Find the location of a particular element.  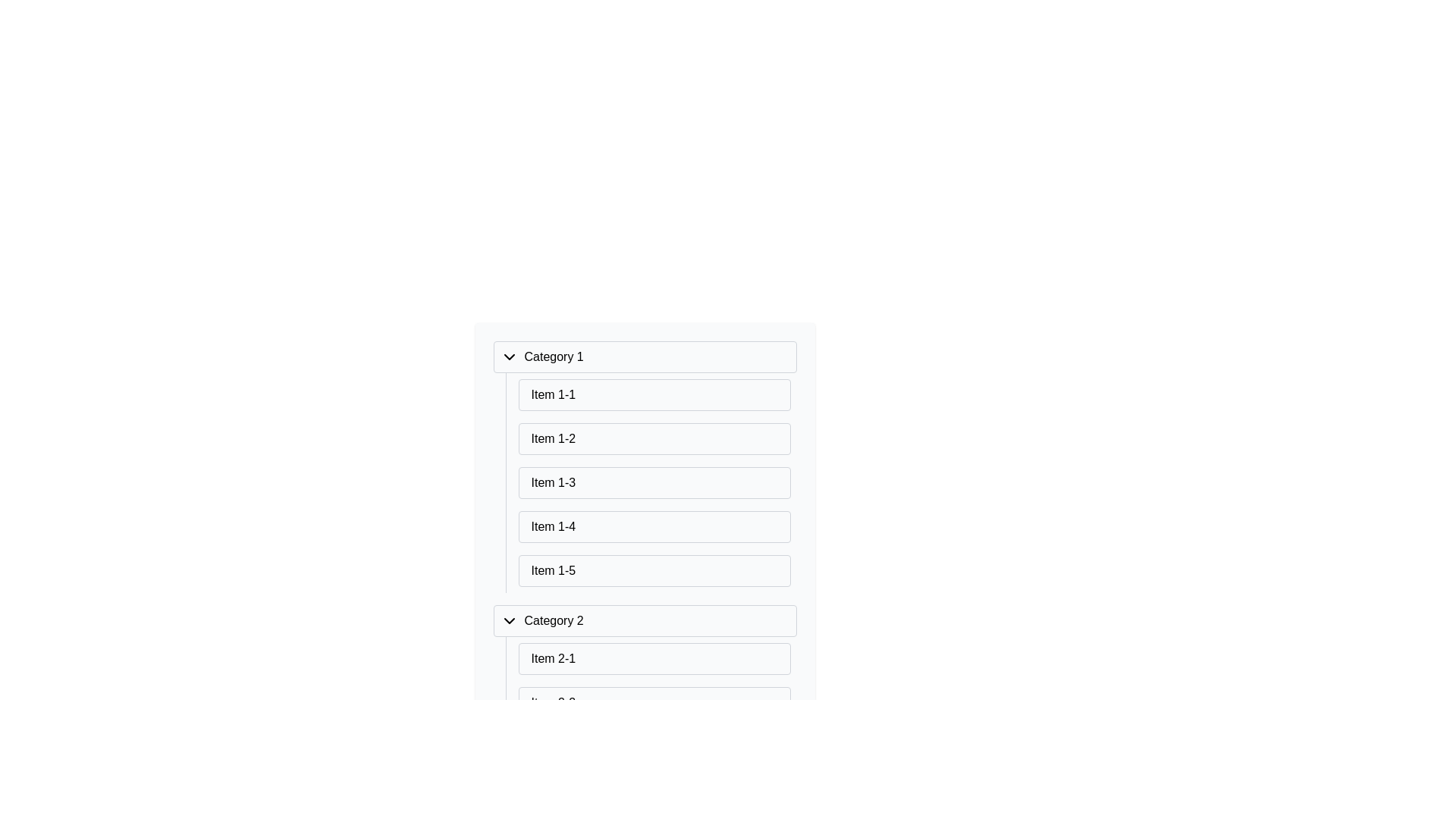

the first Button-like list item located under the 'Category 2' section is located at coordinates (654, 657).